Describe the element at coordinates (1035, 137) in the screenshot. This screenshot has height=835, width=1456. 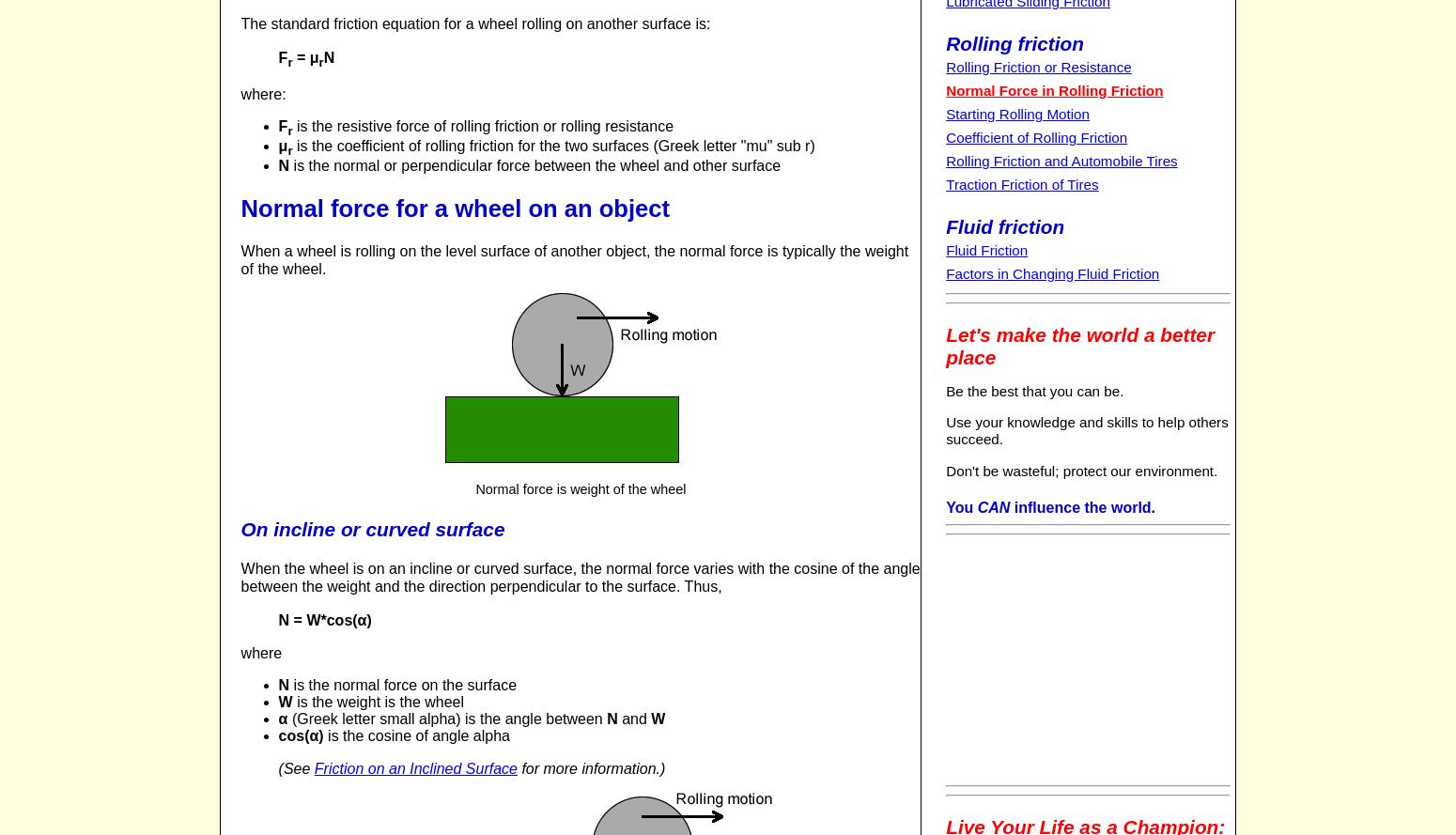
I see `'Coefficient of Rolling Friction'` at that location.